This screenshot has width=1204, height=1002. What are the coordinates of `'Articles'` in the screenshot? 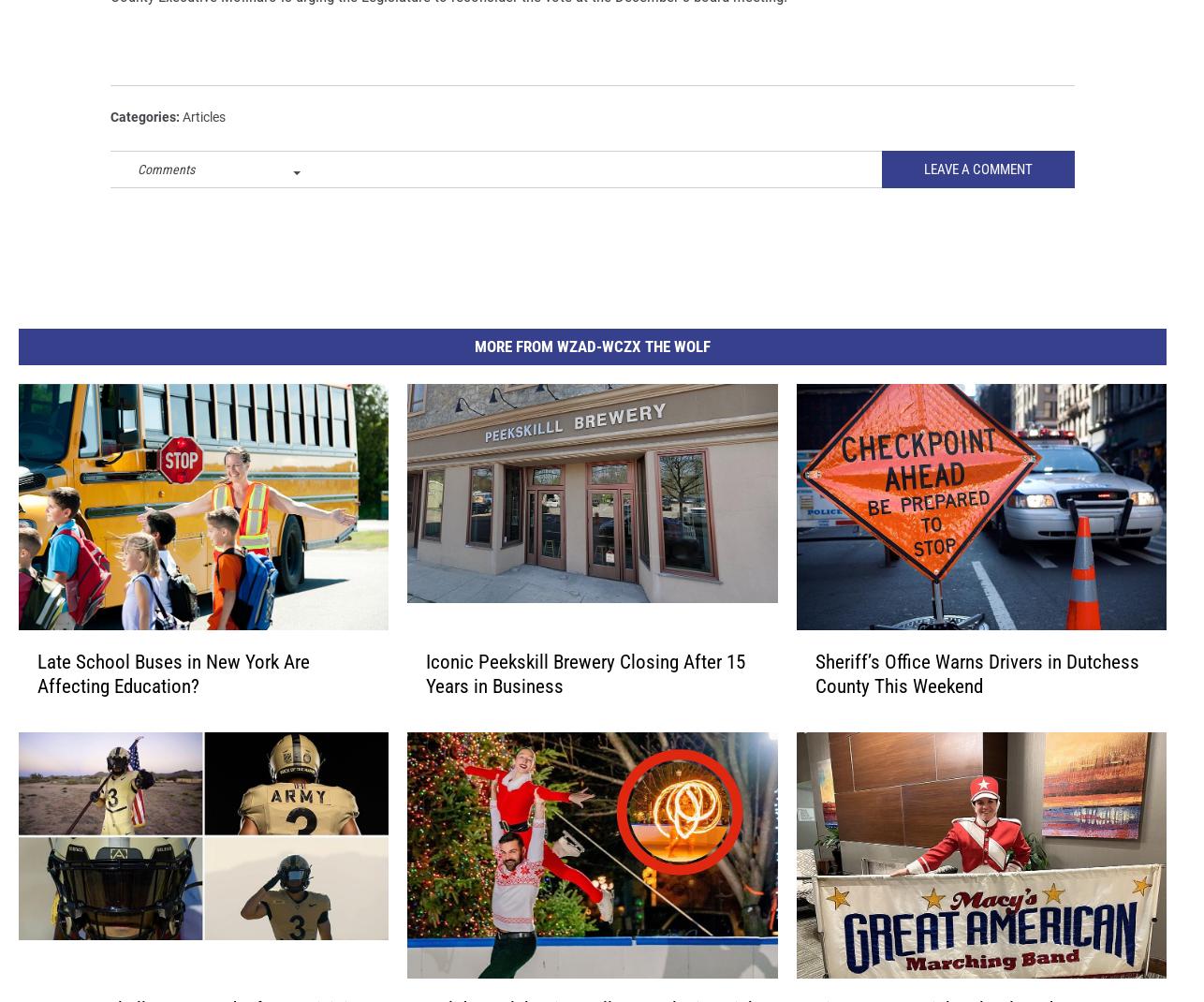 It's located at (203, 146).